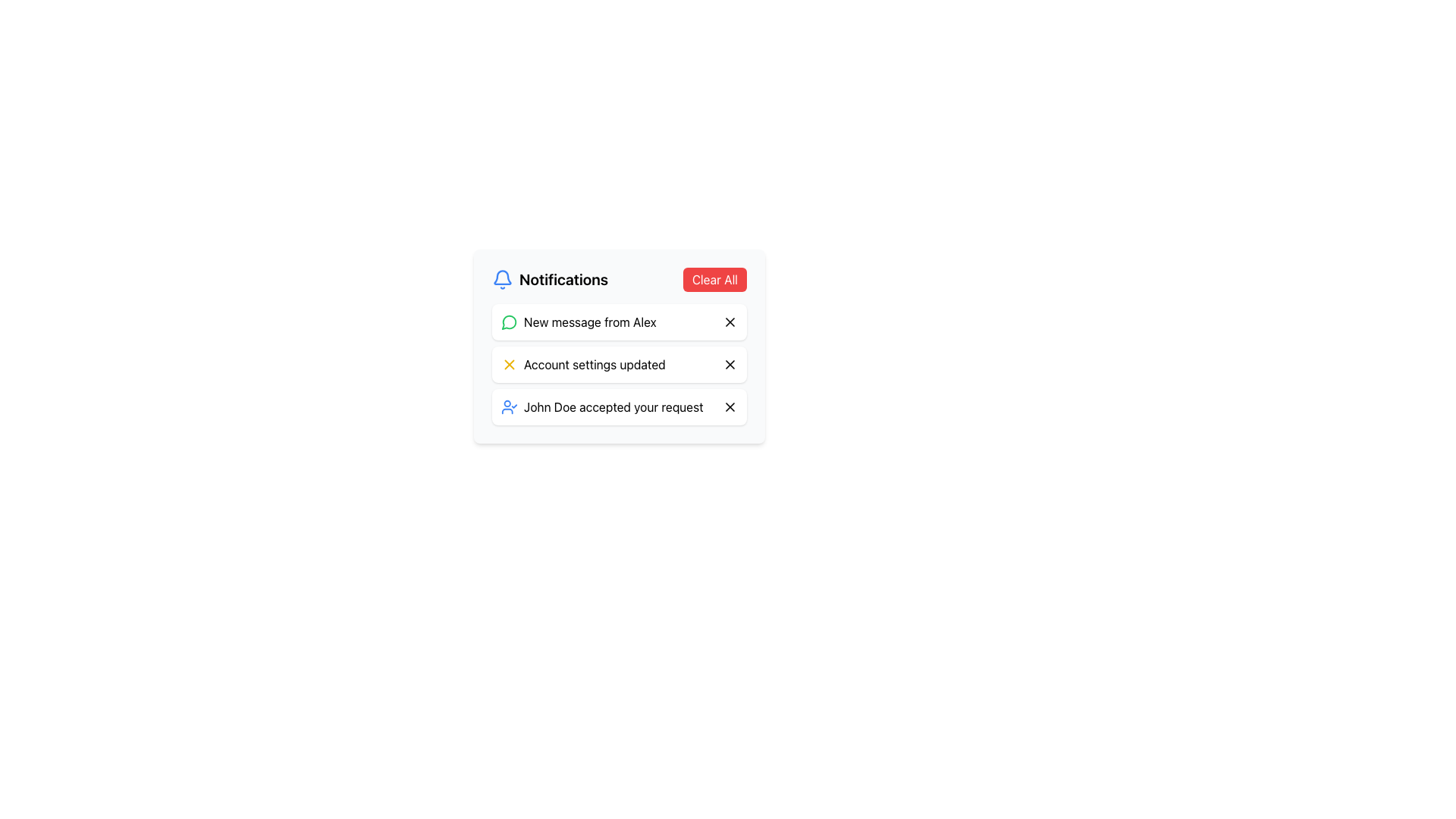 Image resolution: width=1456 pixels, height=819 pixels. What do you see at coordinates (594, 365) in the screenshot?
I see `the second notification text label, which provides an update and is located between 'New message from Alex' and 'John Doe accepted your request'` at bounding box center [594, 365].